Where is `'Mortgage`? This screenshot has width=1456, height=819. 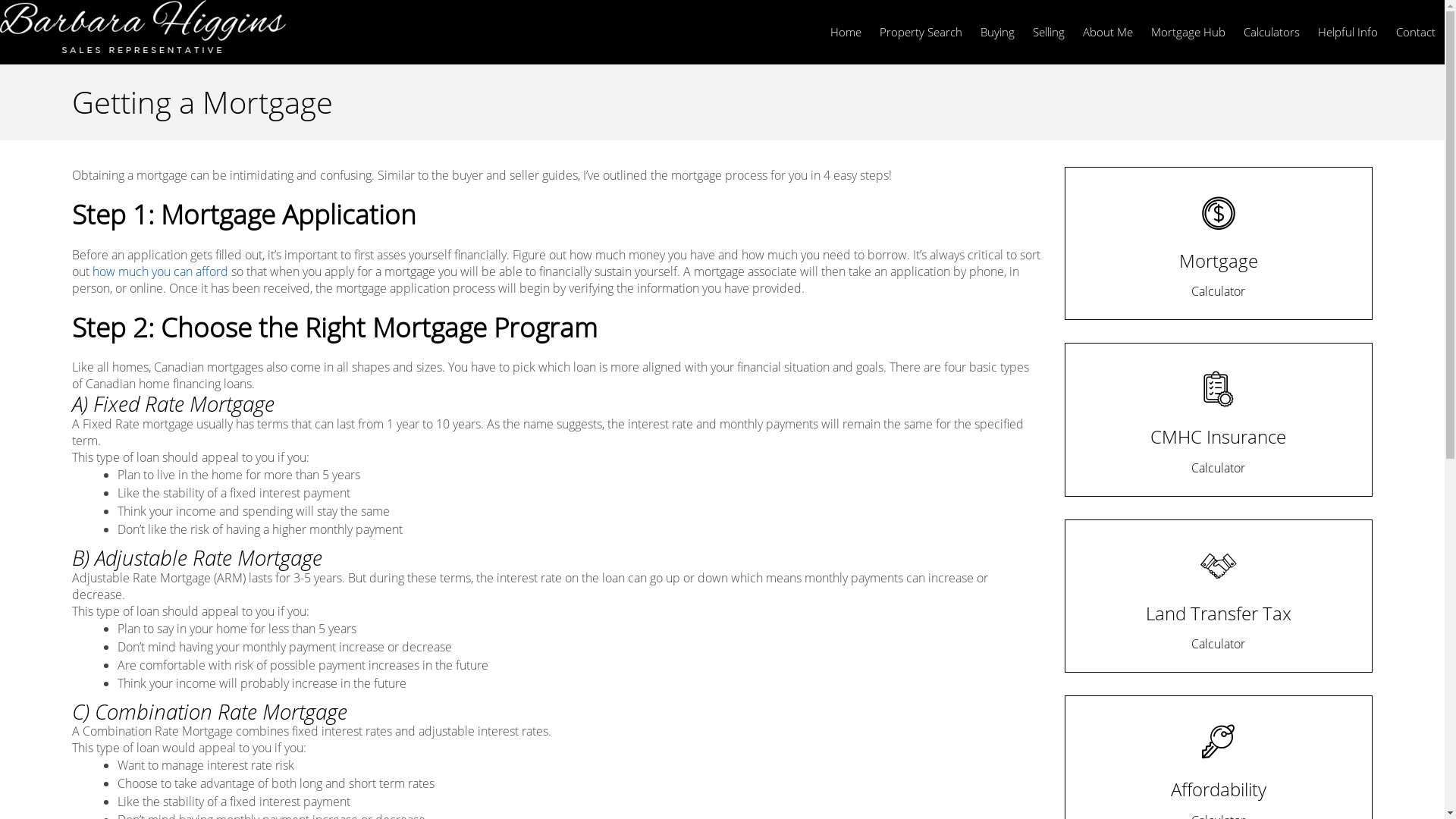
'Mortgage is located at coordinates (1219, 242).